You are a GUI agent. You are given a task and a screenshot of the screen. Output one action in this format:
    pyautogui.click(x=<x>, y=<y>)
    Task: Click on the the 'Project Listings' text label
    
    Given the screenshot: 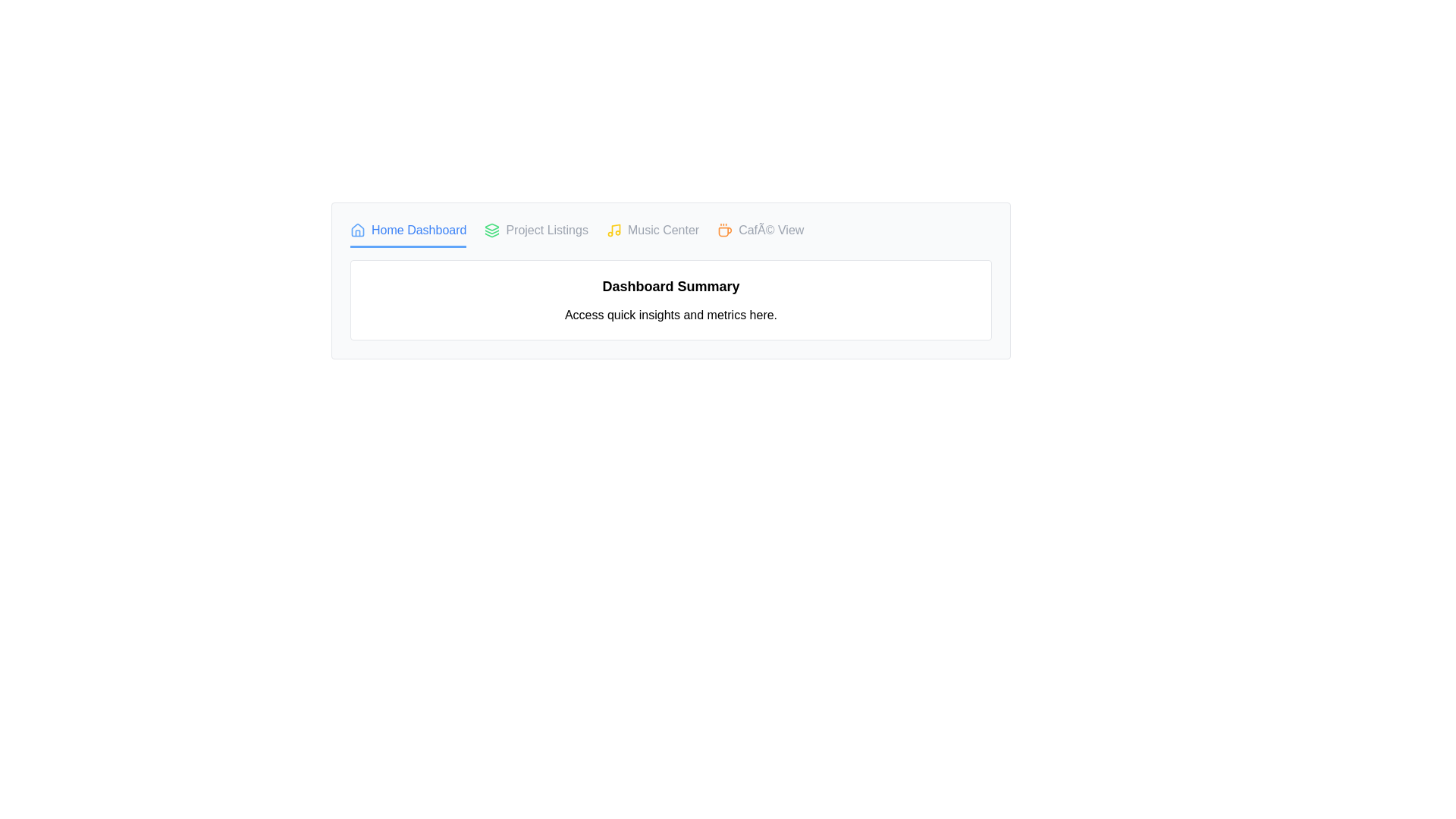 What is the action you would take?
    pyautogui.click(x=546, y=231)
    